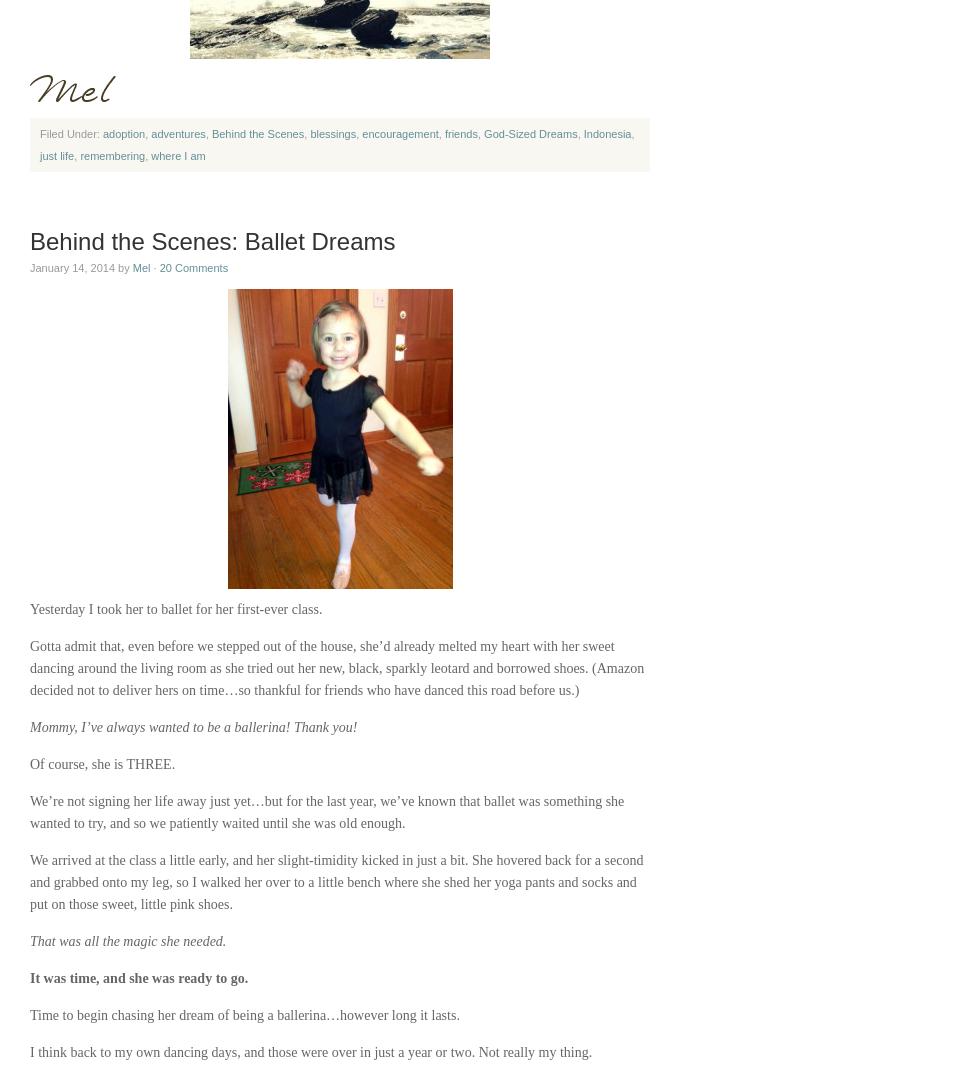 The width and height of the screenshot is (965, 1073). Describe the element at coordinates (243, 1015) in the screenshot. I see `'Time to begin chasing her dream of being a ballerina…however long it lasts.'` at that location.